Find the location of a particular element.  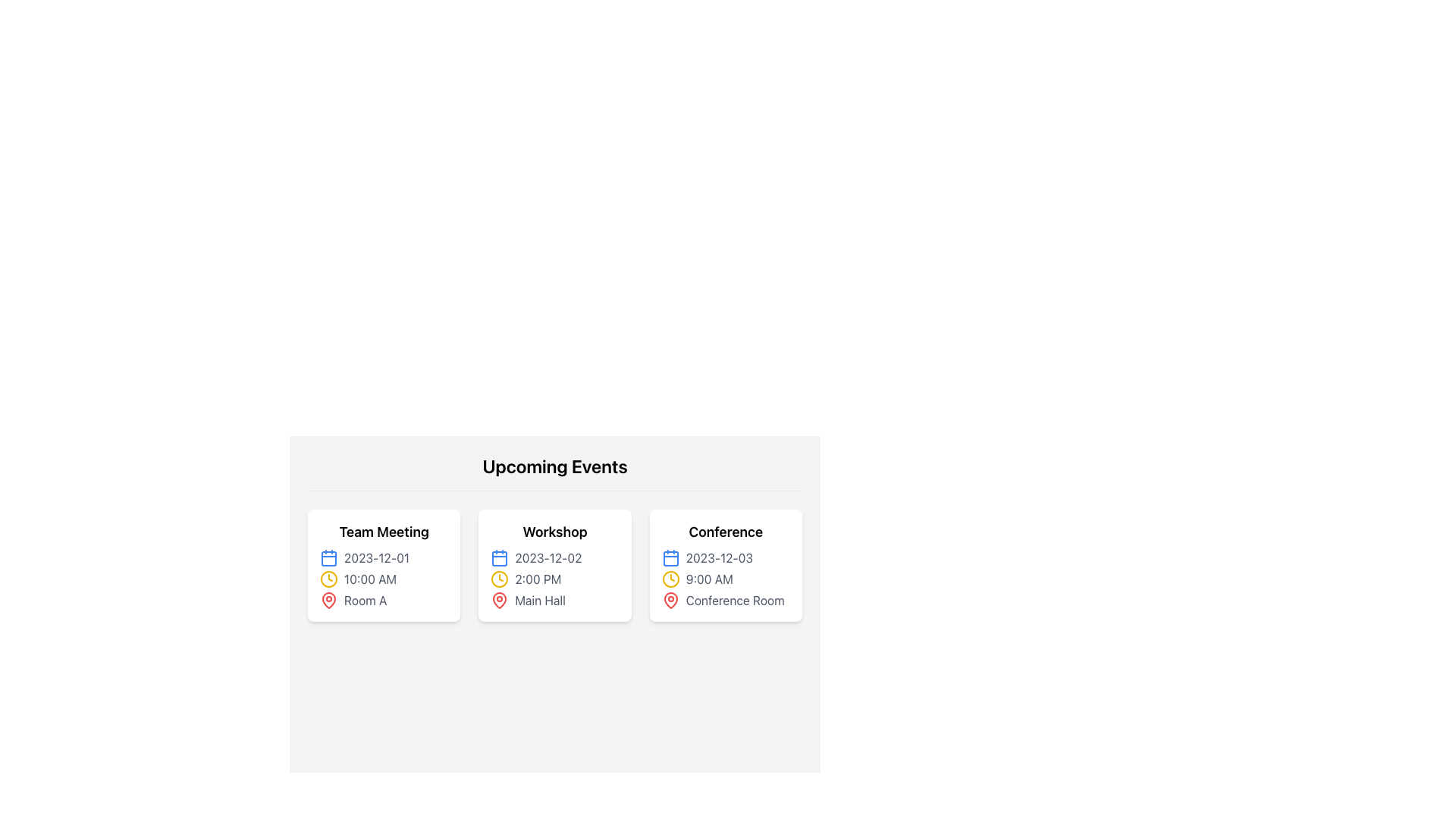

the 'Conference' event time information element located below the date '2023-12-03' and above the location 'Conference Room' in the Upcoming Events section is located at coordinates (725, 579).